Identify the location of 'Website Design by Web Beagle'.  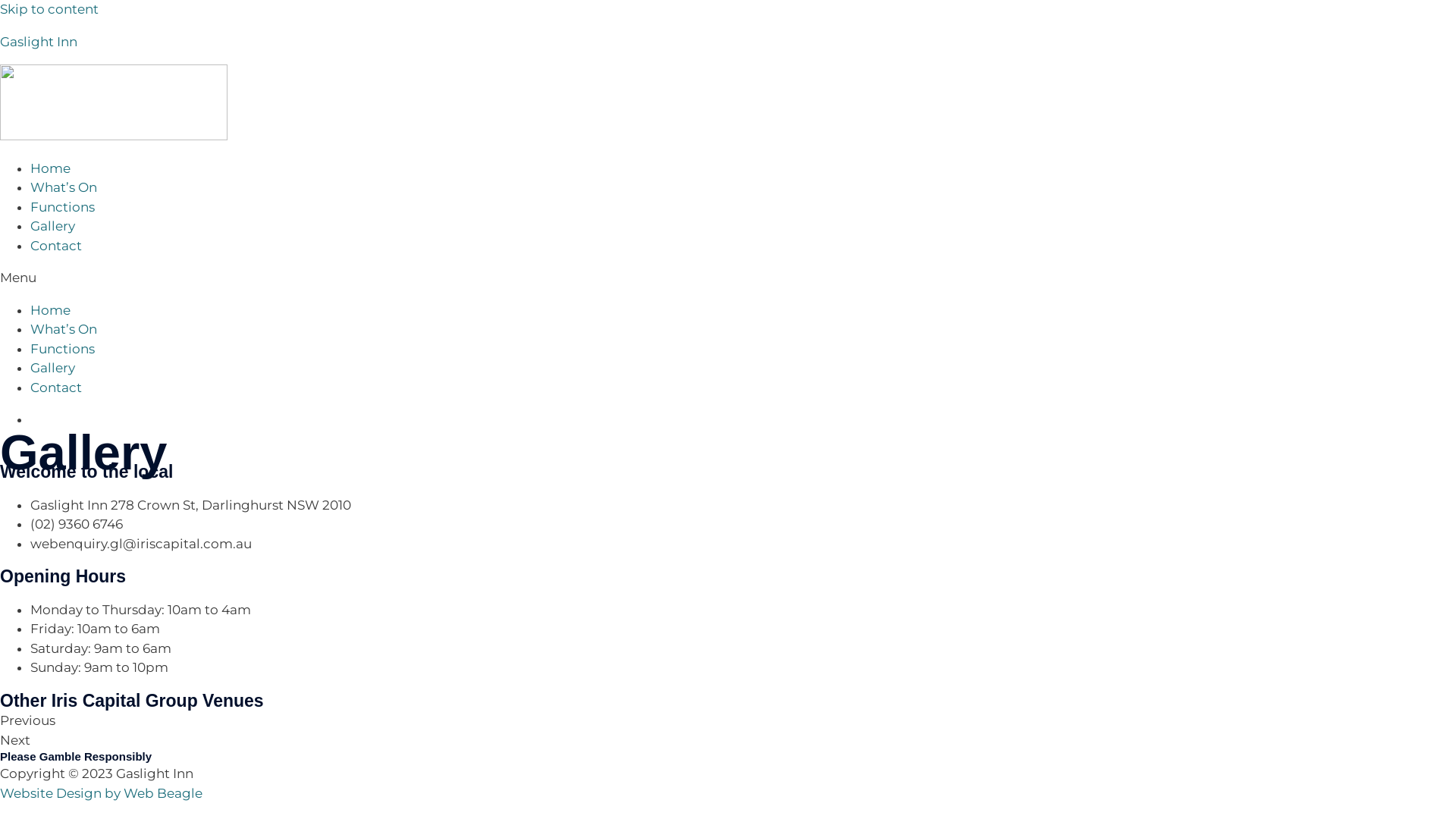
(100, 792).